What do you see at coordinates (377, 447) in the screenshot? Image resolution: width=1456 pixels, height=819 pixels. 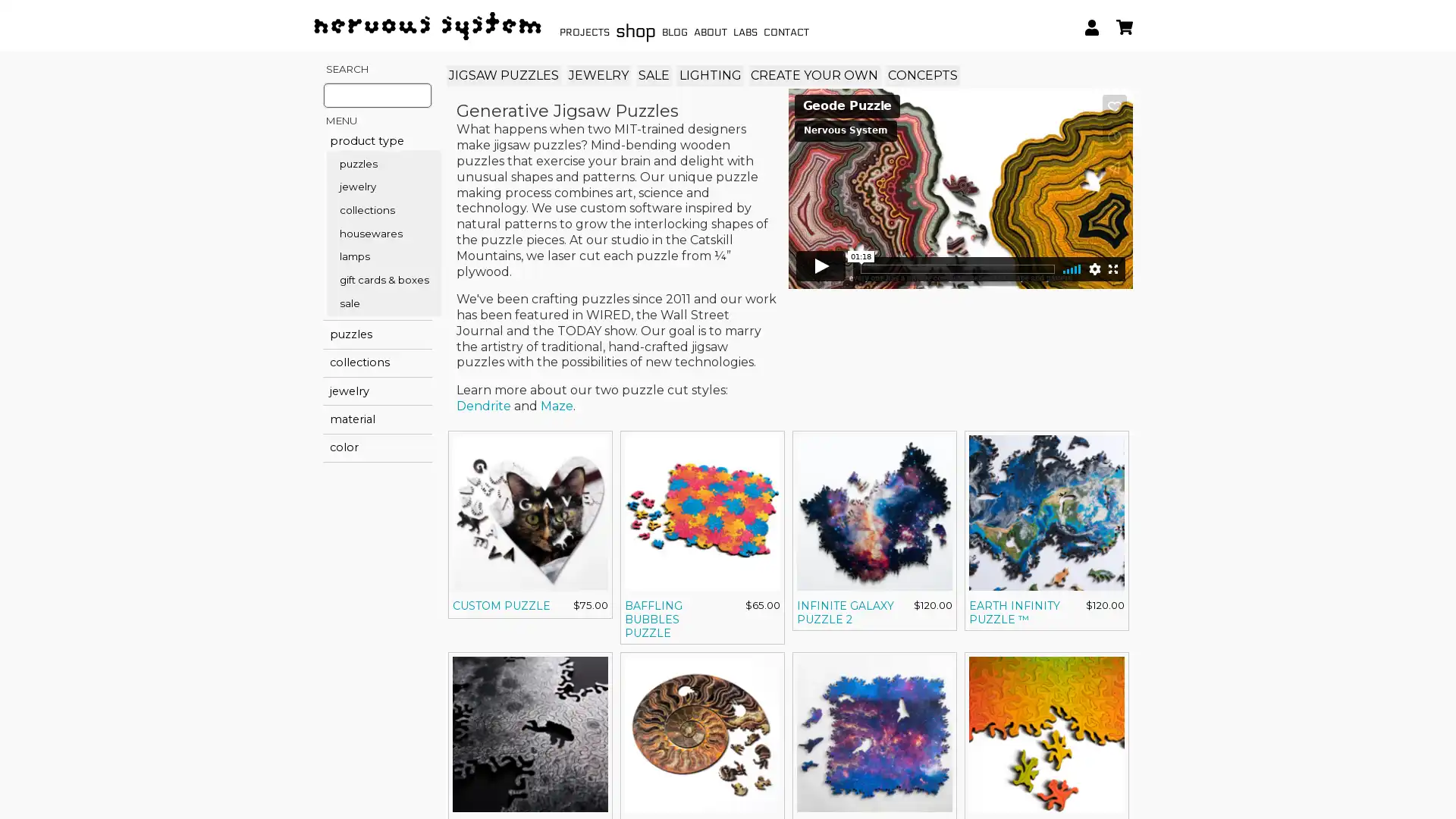 I see `color` at bounding box center [377, 447].